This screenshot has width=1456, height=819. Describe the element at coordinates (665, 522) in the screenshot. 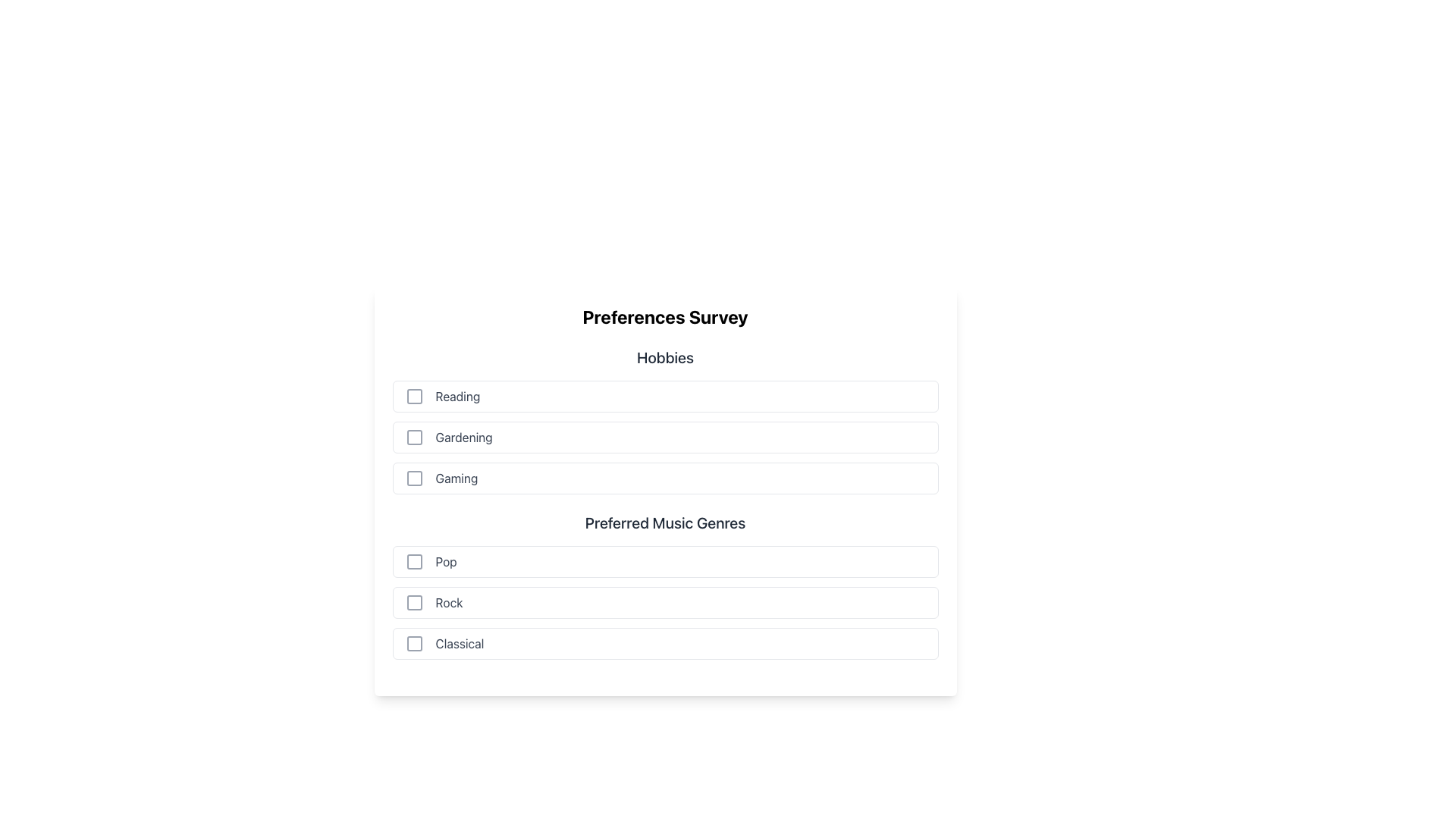

I see `the Text Label that serves as a section title, located vertically centered on the page, between a list of hobbies and a section for music genres` at that location.